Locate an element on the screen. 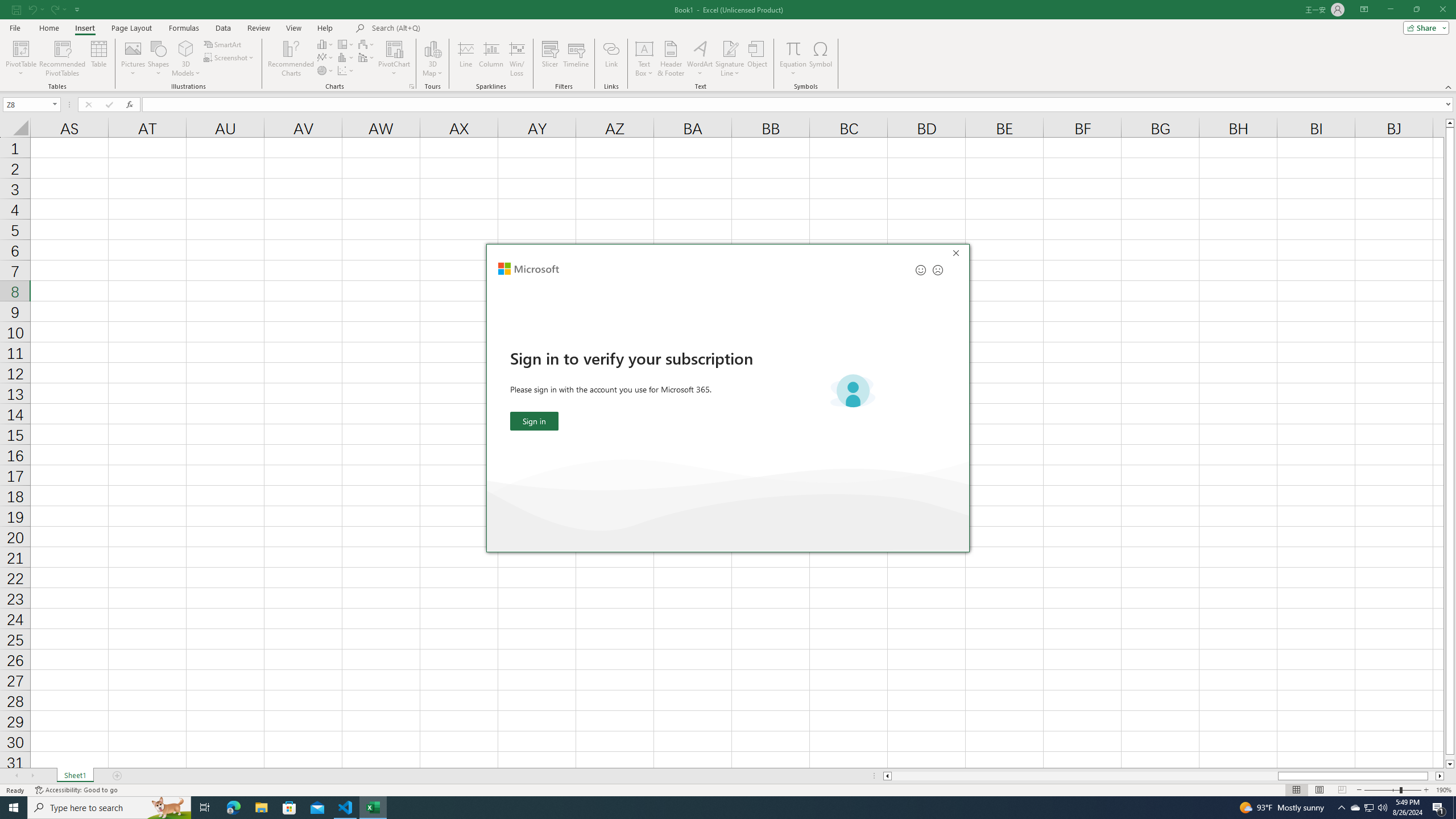  'Table' is located at coordinates (99, 59).